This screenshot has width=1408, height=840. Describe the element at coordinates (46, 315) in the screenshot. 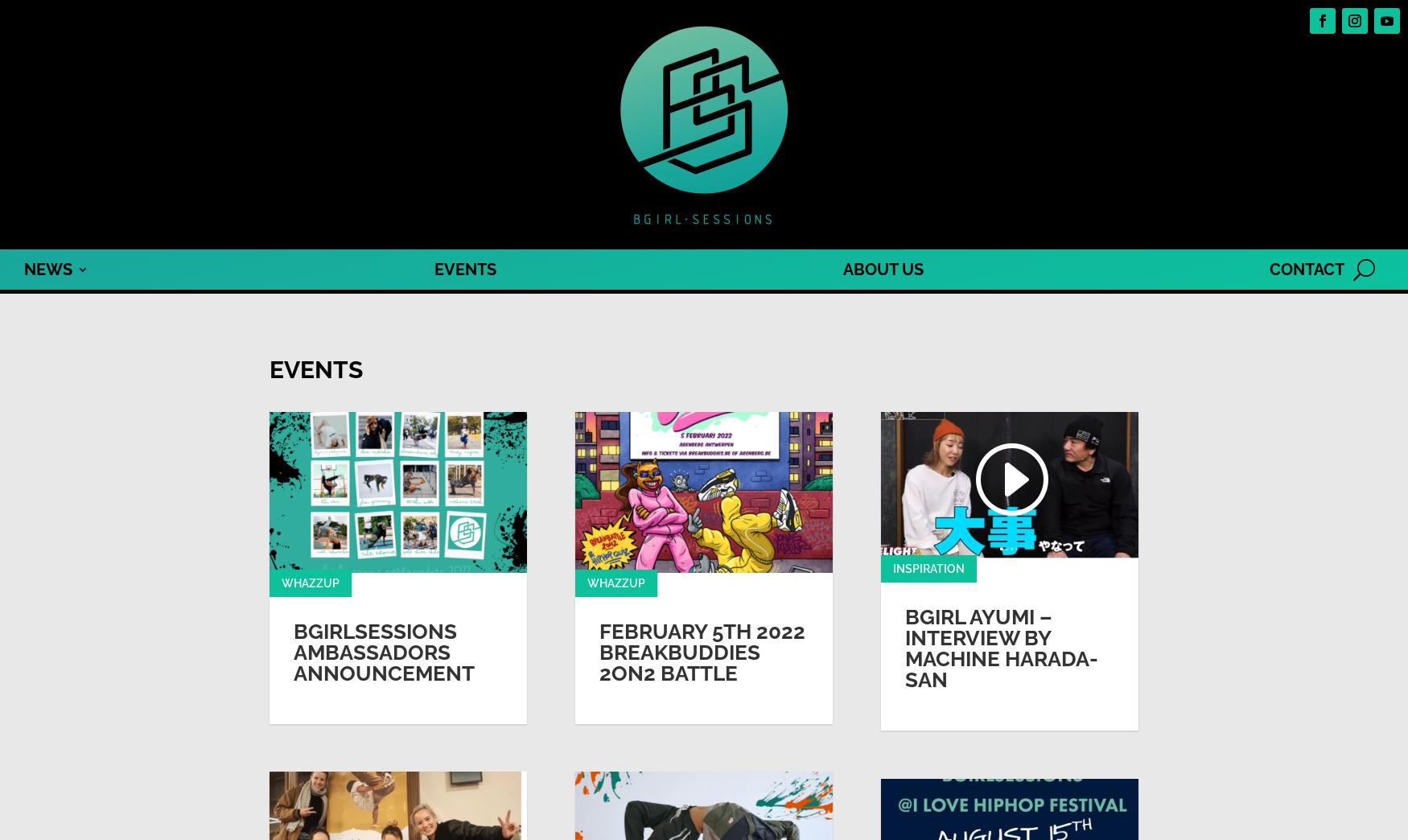

I see `'Footage'` at that location.